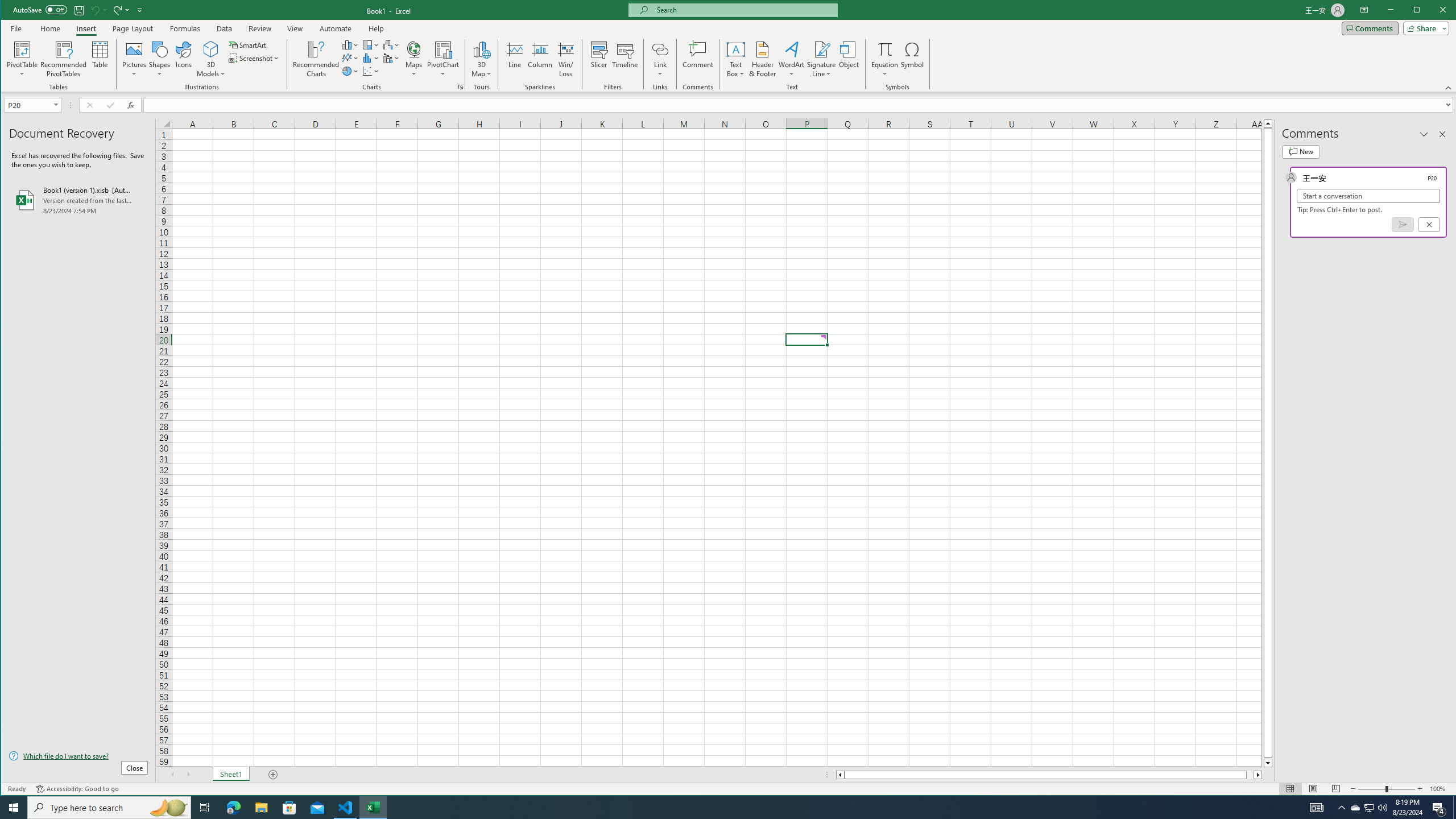  I want to click on 'SmartArt...', so click(248, 44).